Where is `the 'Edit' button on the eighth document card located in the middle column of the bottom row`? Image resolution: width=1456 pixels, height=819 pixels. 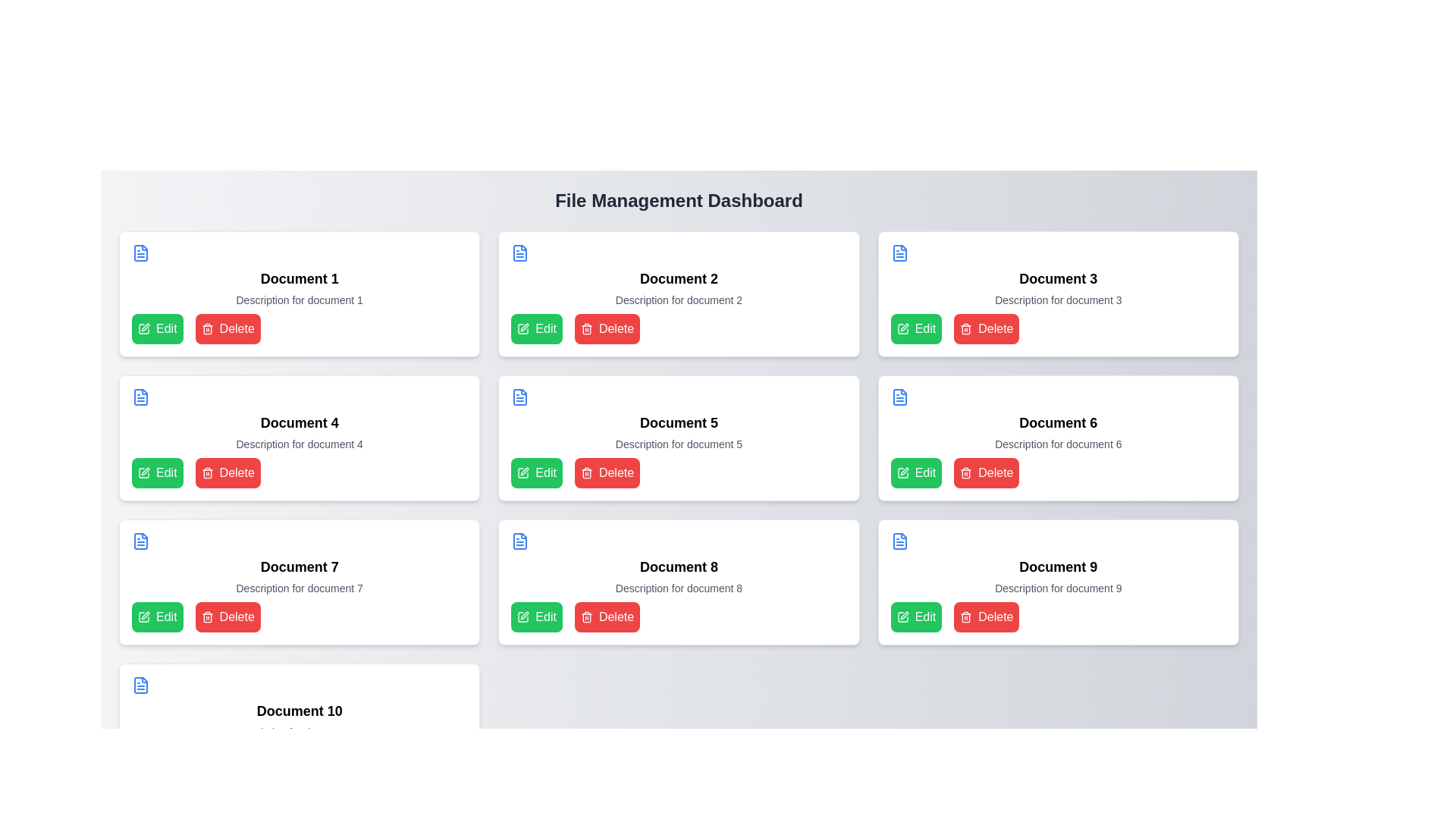
the 'Edit' button on the eighth document card located in the middle column of the bottom row is located at coordinates (678, 581).